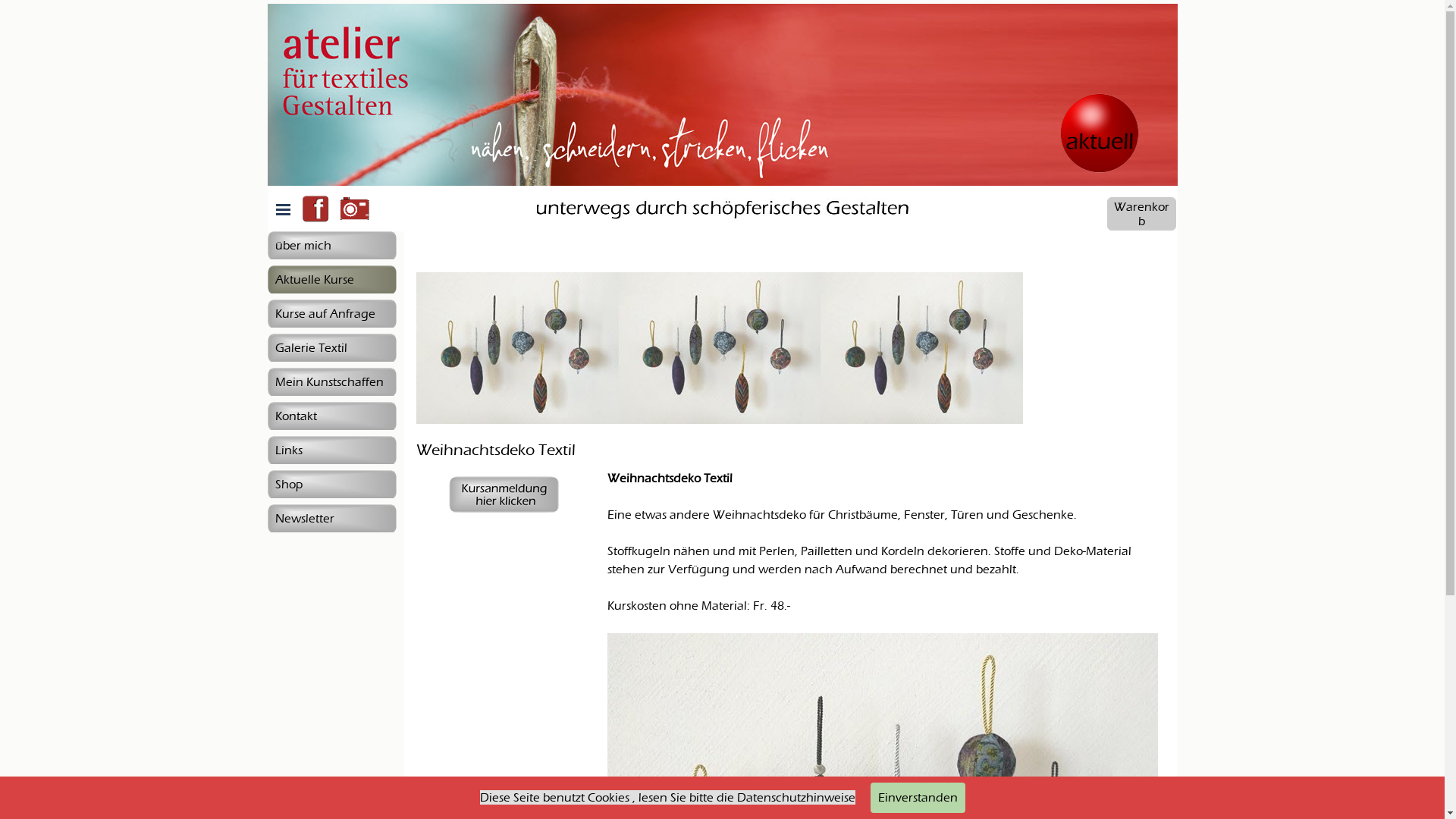 This screenshot has width=1456, height=819. What do you see at coordinates (330, 381) in the screenshot?
I see `'Mein Kunstschaffen'` at bounding box center [330, 381].